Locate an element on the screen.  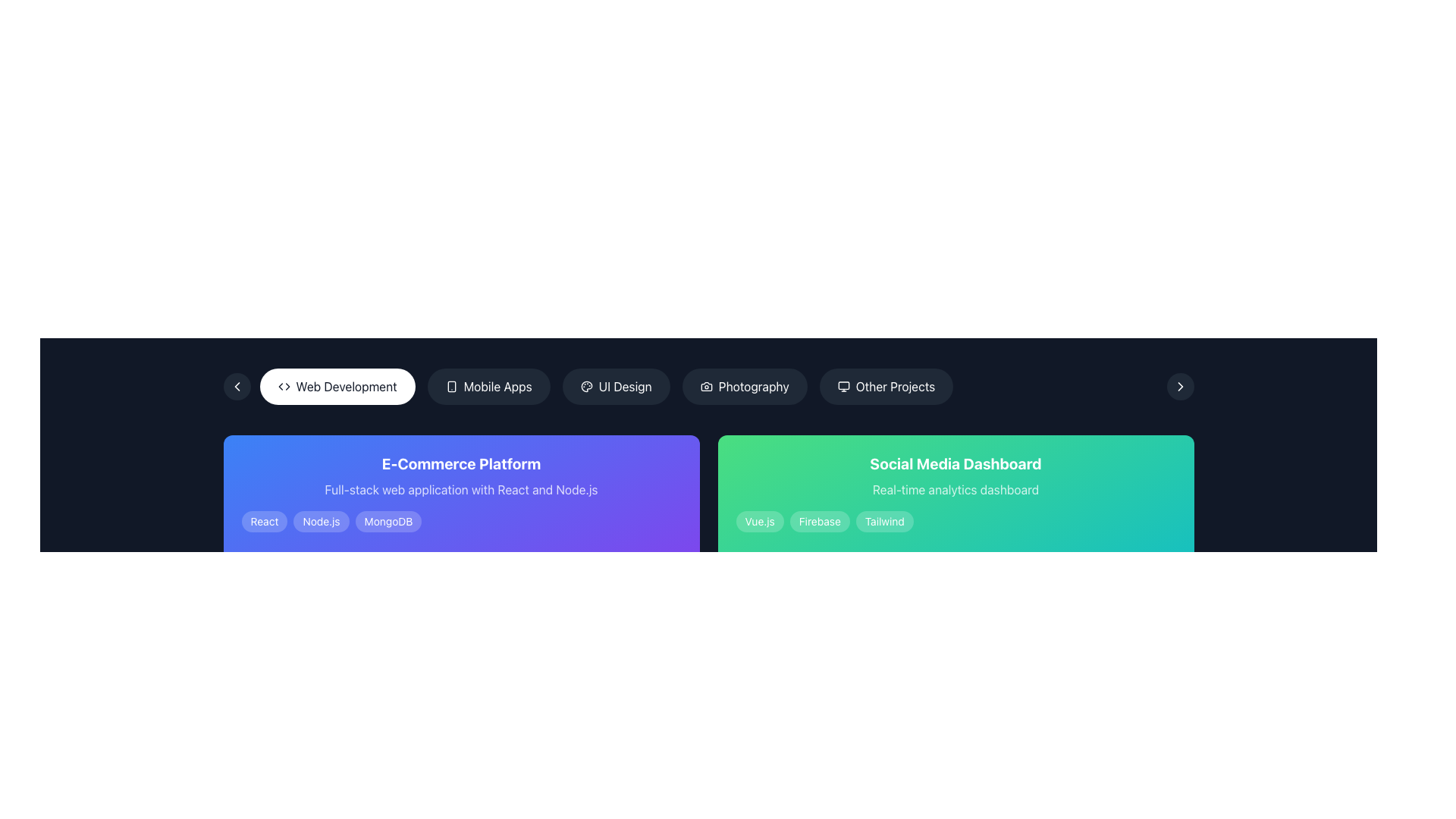
the content of the Text Label representing the title of the dashboard, which is centrally located in the green gradient rectangular area of the card layout is located at coordinates (955, 463).